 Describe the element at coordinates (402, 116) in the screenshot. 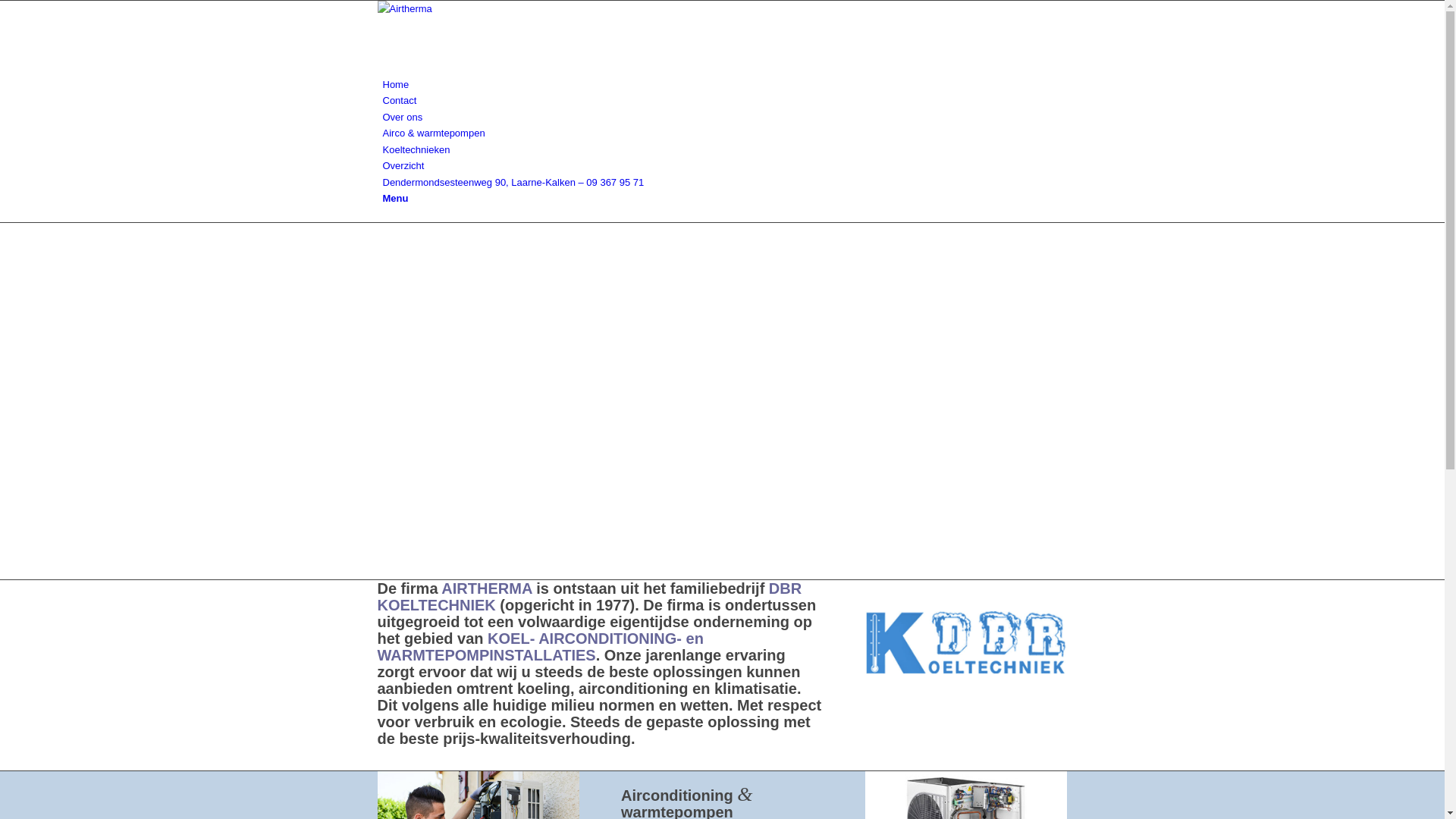

I see `'Over ons'` at that location.